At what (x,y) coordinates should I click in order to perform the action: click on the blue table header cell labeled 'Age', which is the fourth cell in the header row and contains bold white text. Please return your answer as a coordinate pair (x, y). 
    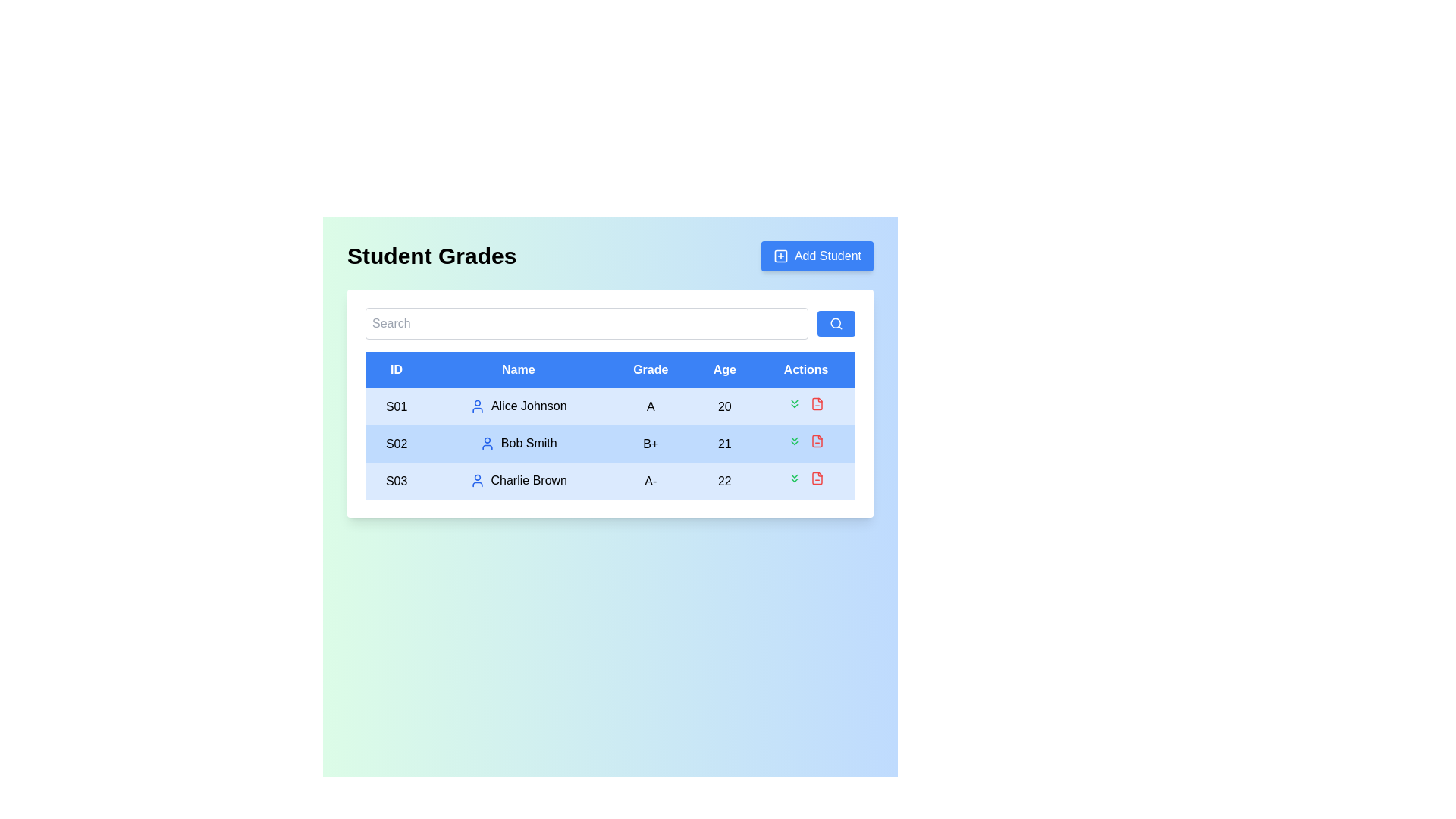
    Looking at the image, I should click on (723, 370).